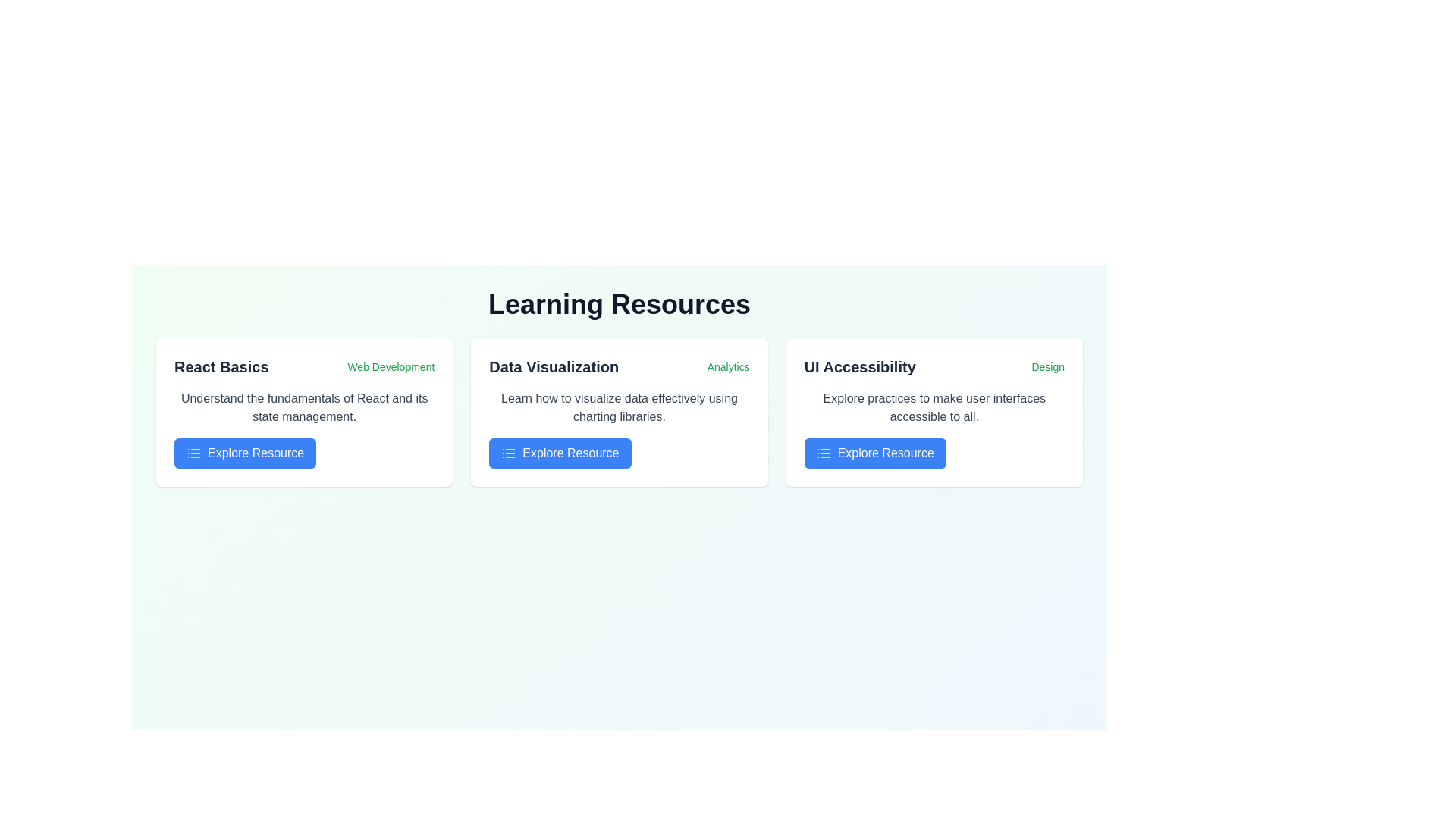  Describe the element at coordinates (303, 366) in the screenshot. I see `the text label located in the top-left corner of the first card` at that location.